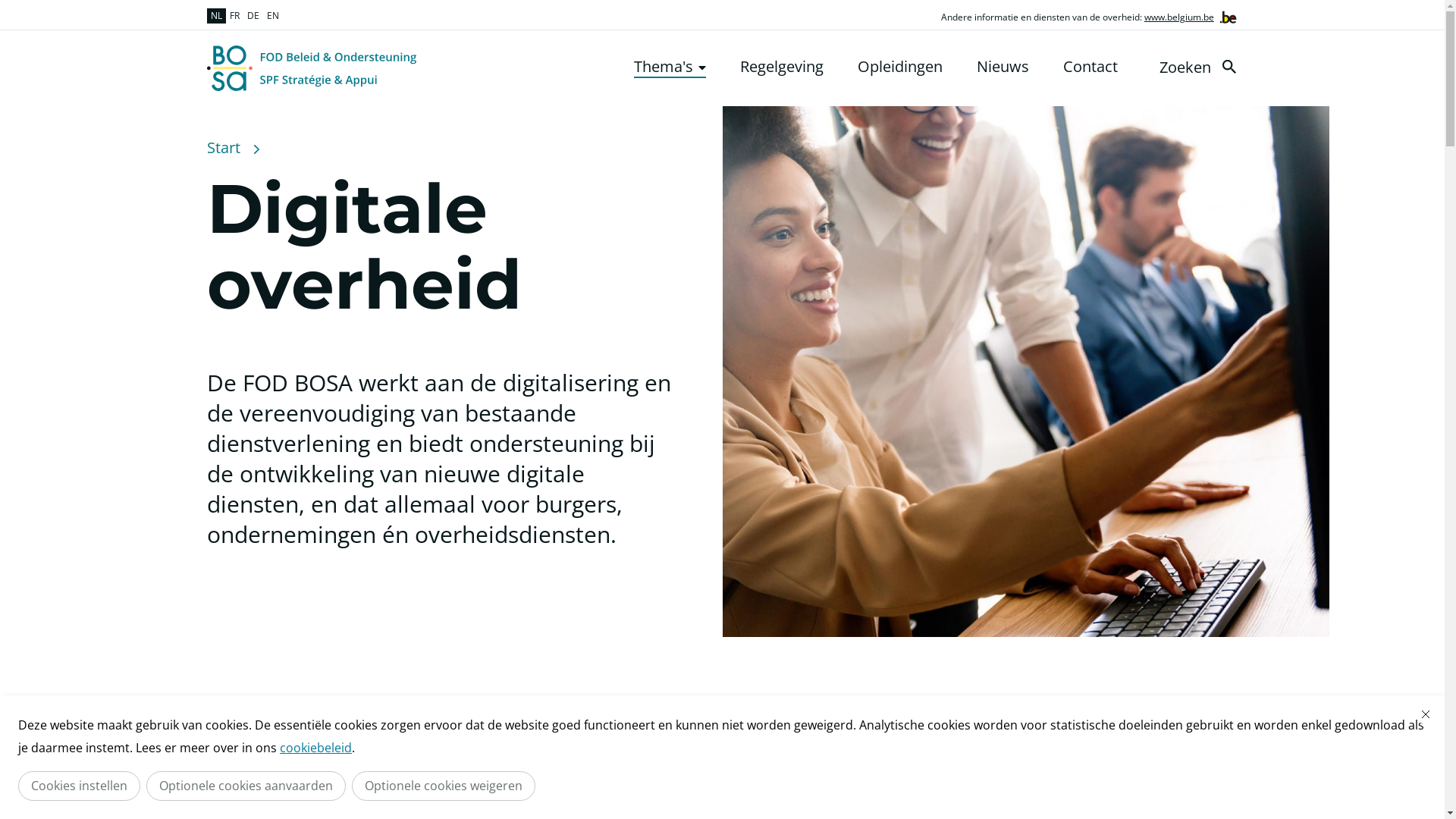 The height and width of the screenshot is (819, 1456). What do you see at coordinates (633, 66) in the screenshot?
I see `'Thema's'` at bounding box center [633, 66].